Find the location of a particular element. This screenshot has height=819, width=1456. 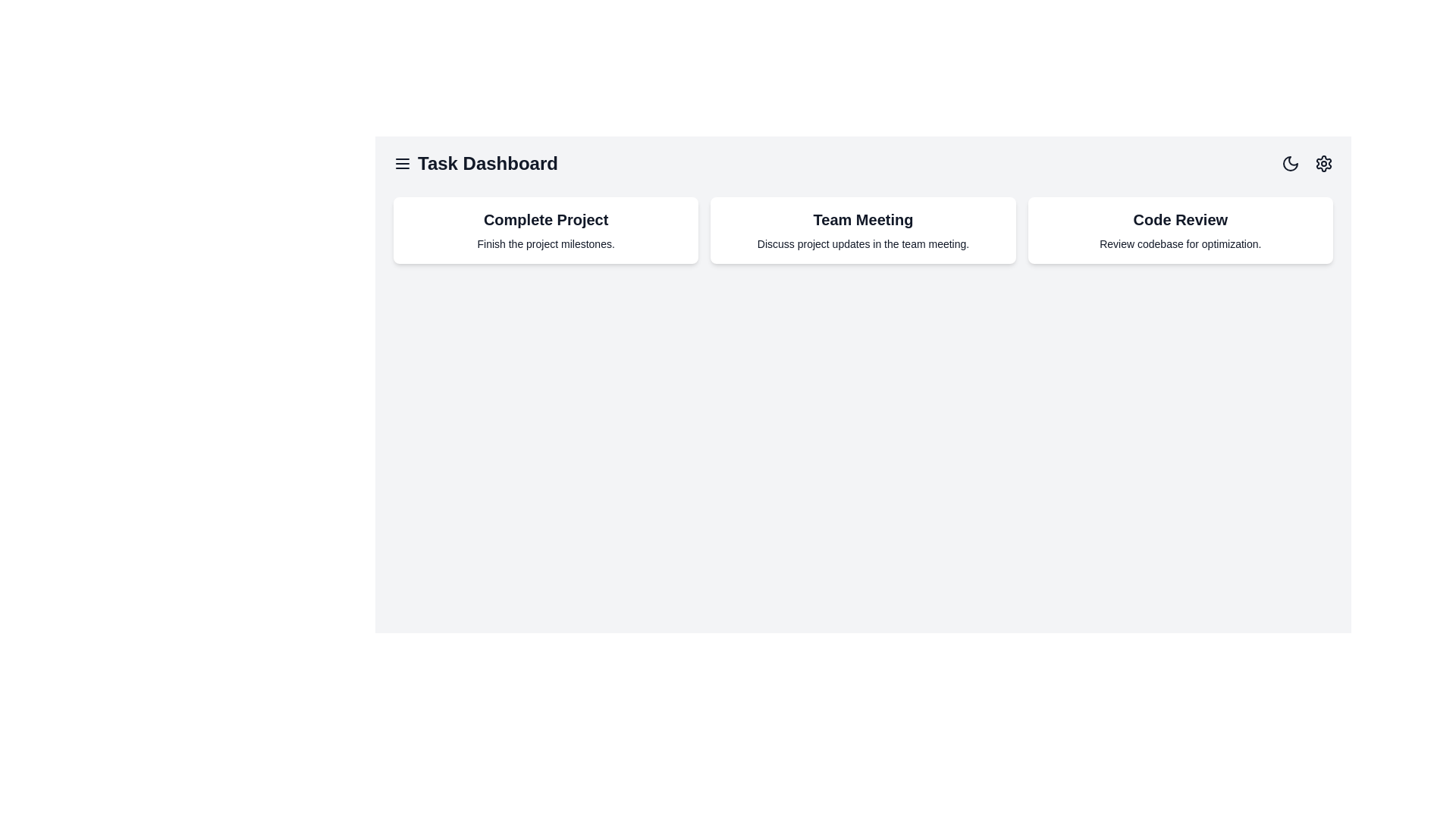

the 'Complete Project' card located in the first column of the grid layout is located at coordinates (546, 231).